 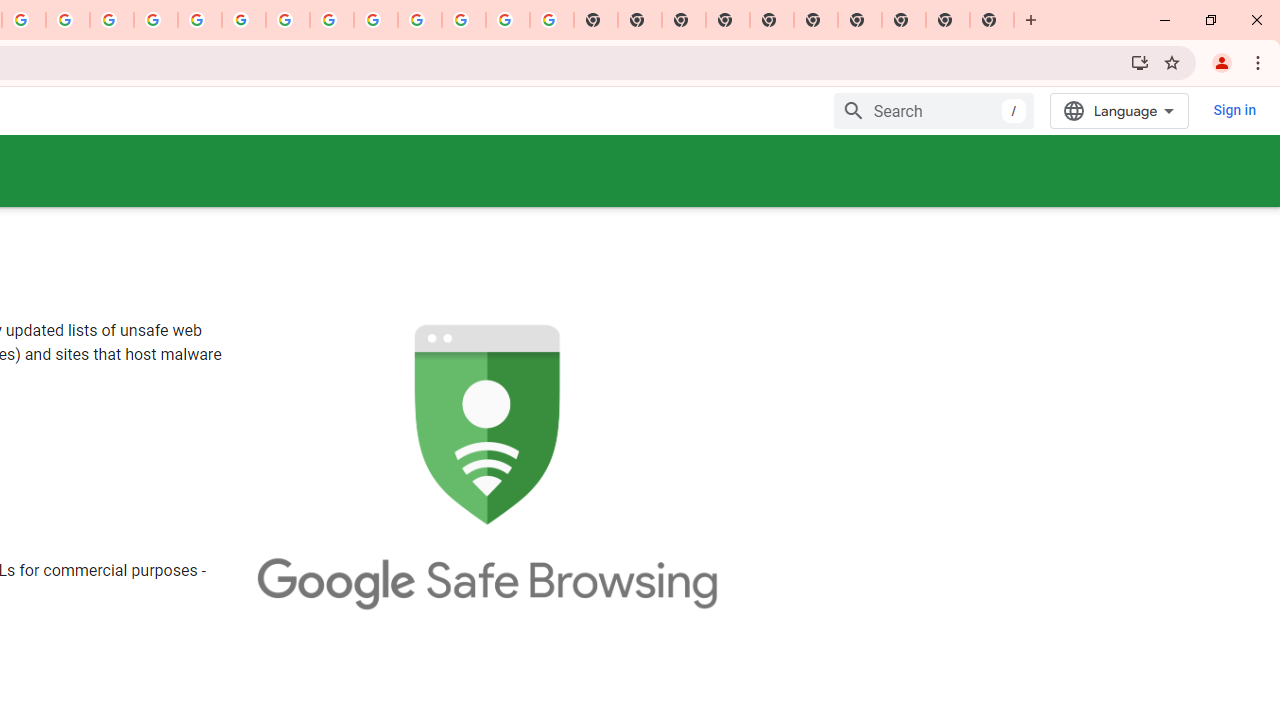 What do you see at coordinates (111, 20) in the screenshot?
I see `'Privacy Help Center - Policies Help'` at bounding box center [111, 20].